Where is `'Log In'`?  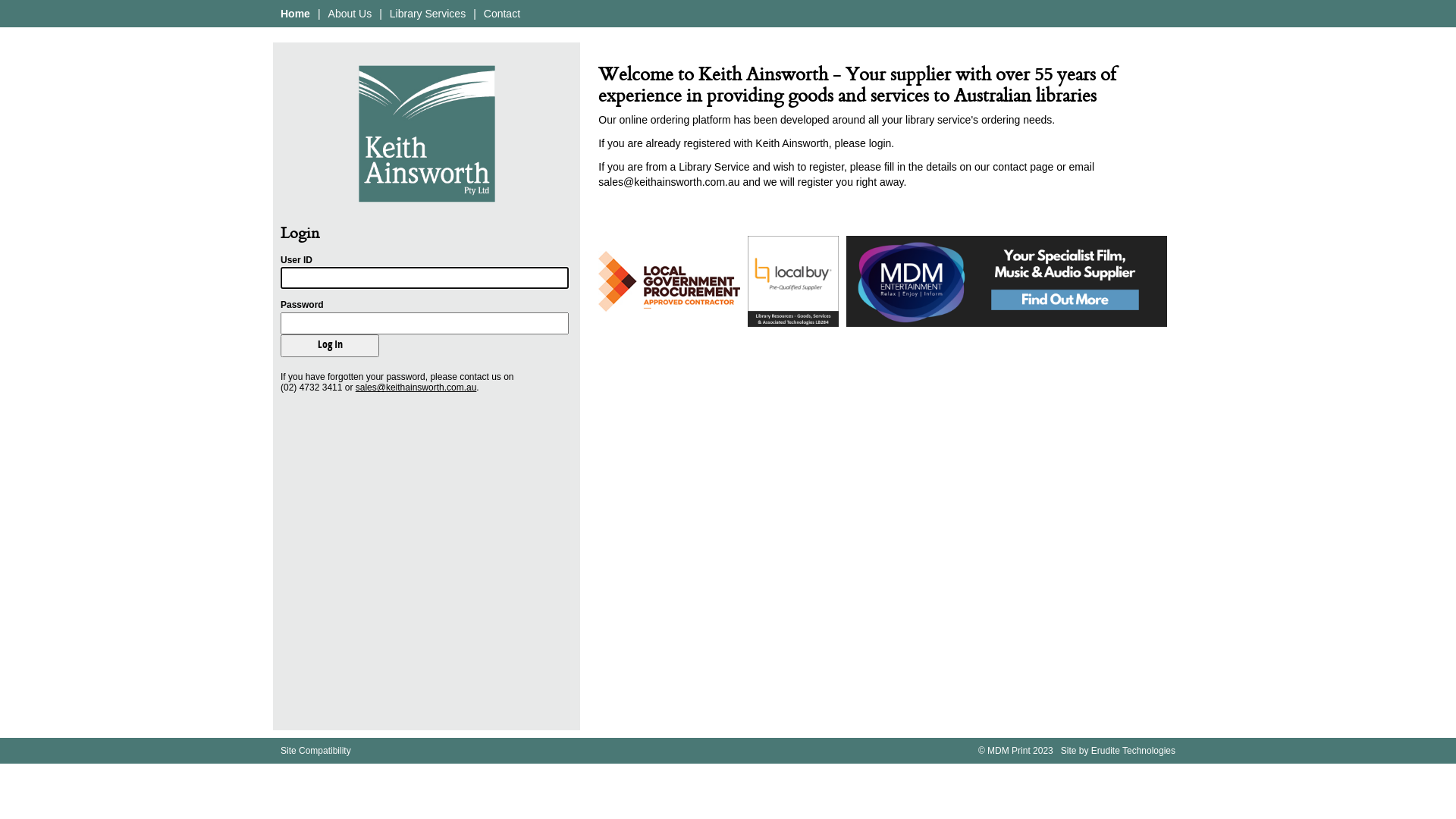
'Log In' is located at coordinates (329, 345).